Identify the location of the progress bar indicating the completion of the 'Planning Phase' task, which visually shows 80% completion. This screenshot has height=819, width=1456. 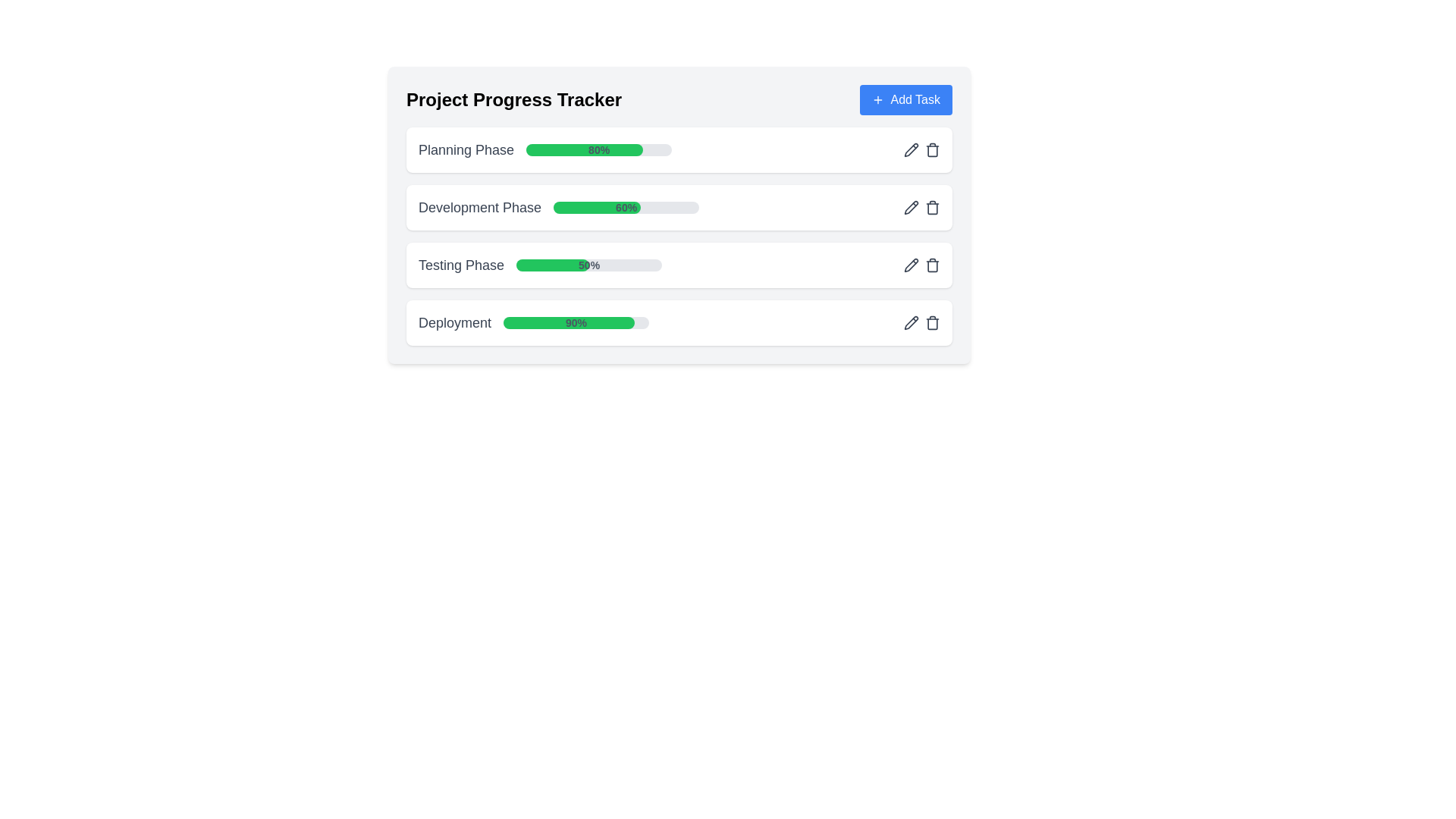
(583, 149).